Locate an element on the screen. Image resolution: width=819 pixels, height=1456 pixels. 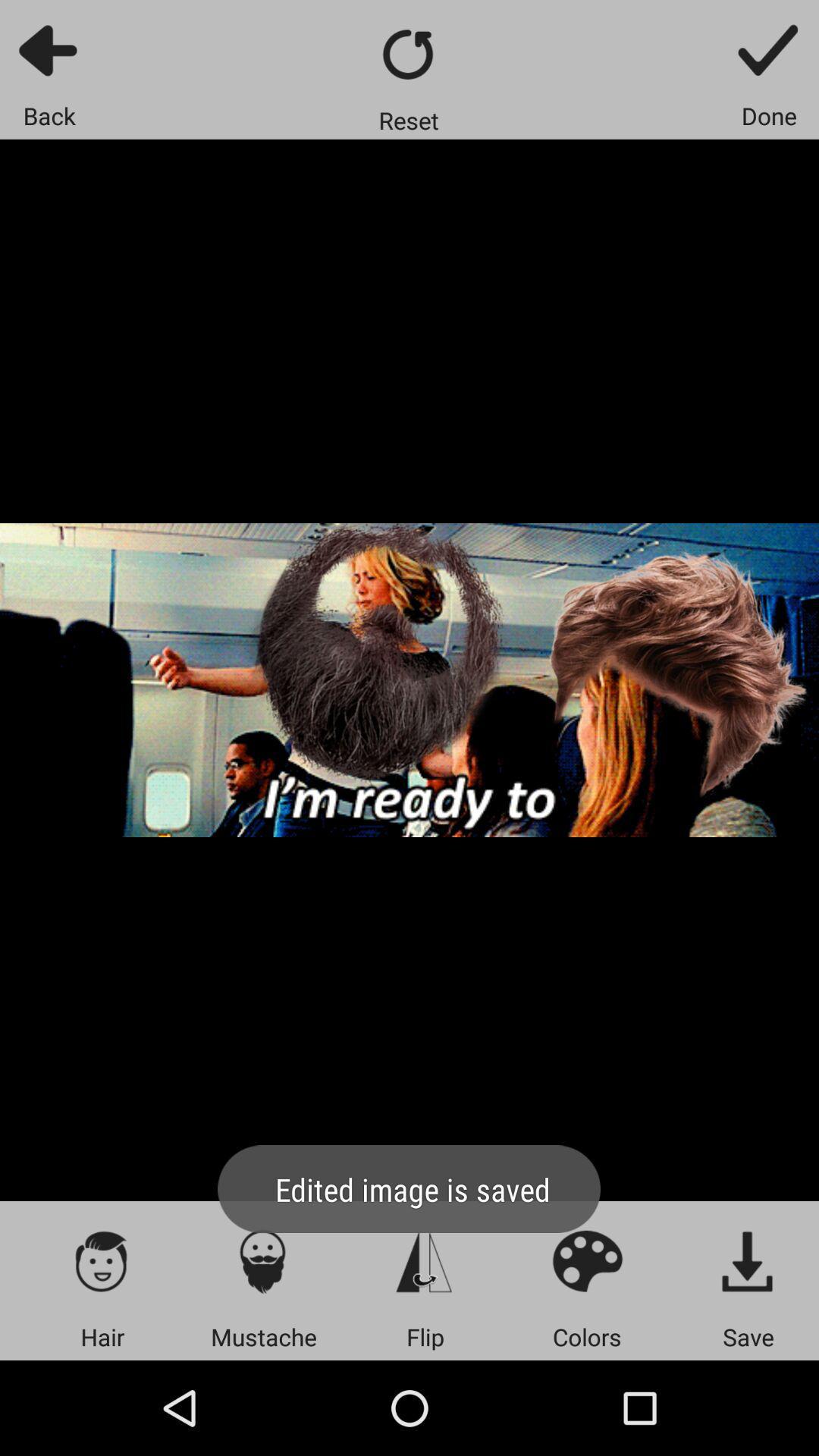
reset is located at coordinates (408, 54).